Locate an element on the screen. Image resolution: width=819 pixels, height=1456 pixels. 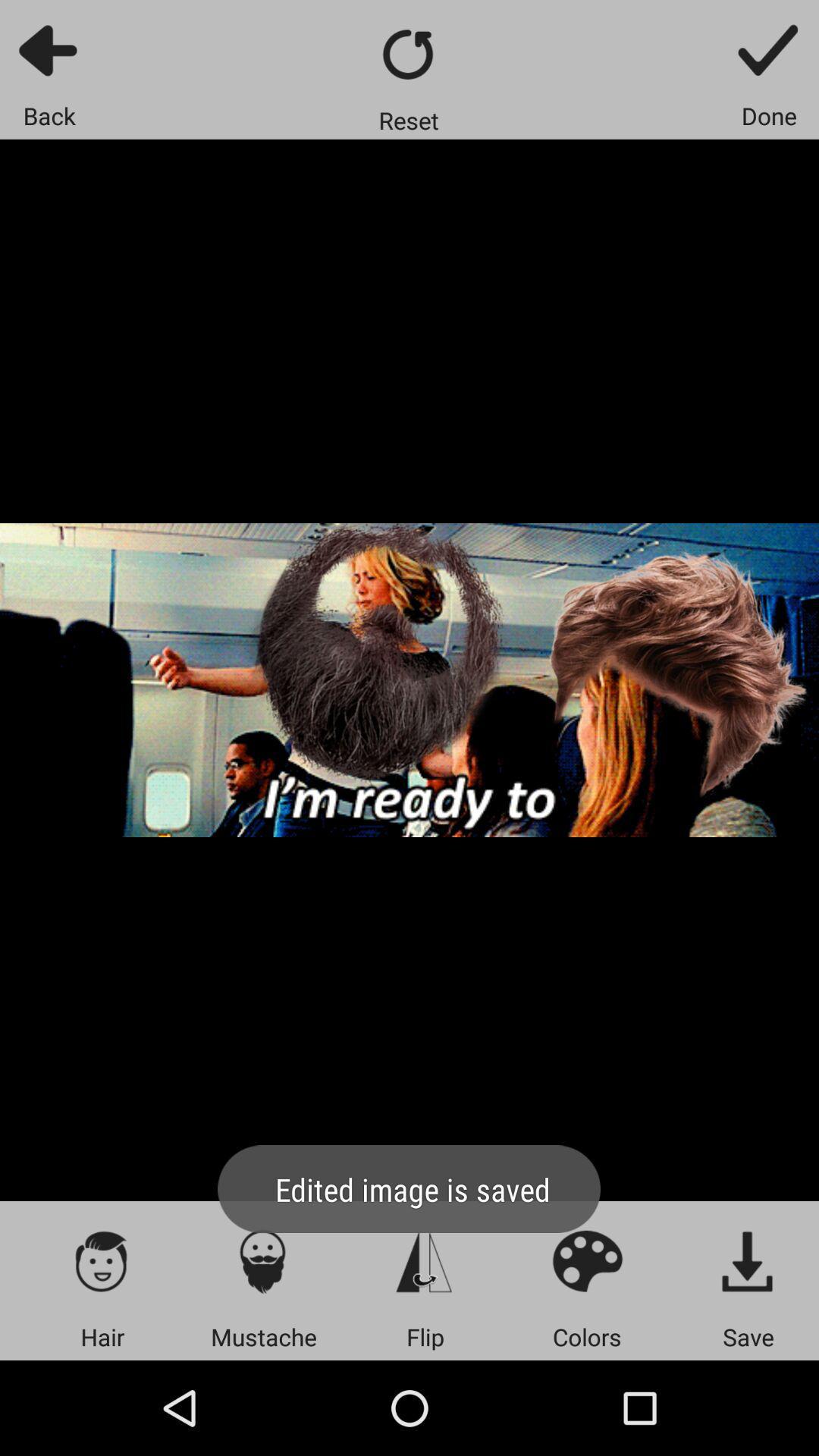
reset is located at coordinates (408, 54).